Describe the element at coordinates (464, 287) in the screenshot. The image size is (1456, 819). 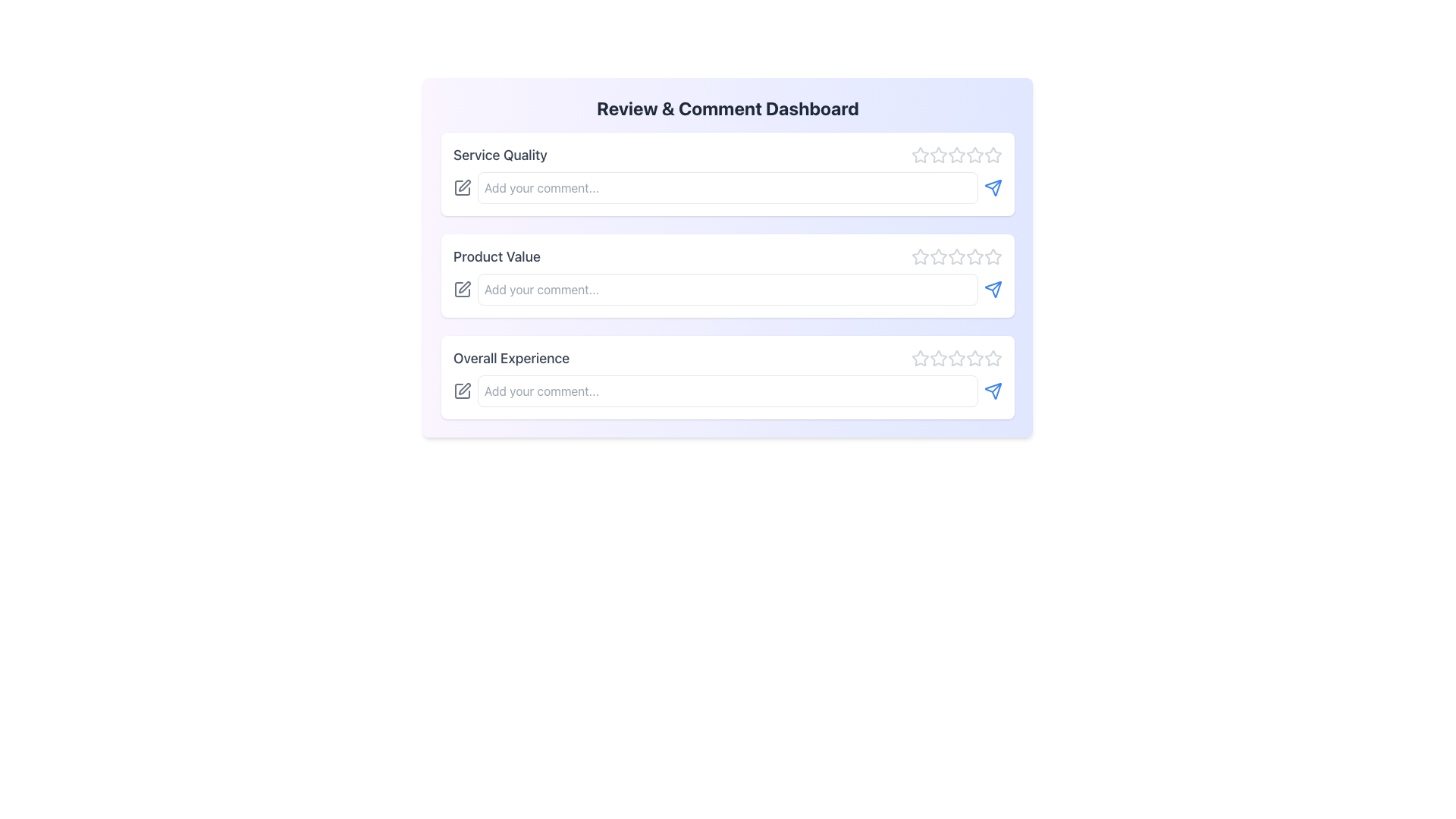
I see `the edit icon for the 'Product Value' section, which is the second icon in a vertical list, positioned between 'Service Quality' and 'Overall Experience'` at that location.